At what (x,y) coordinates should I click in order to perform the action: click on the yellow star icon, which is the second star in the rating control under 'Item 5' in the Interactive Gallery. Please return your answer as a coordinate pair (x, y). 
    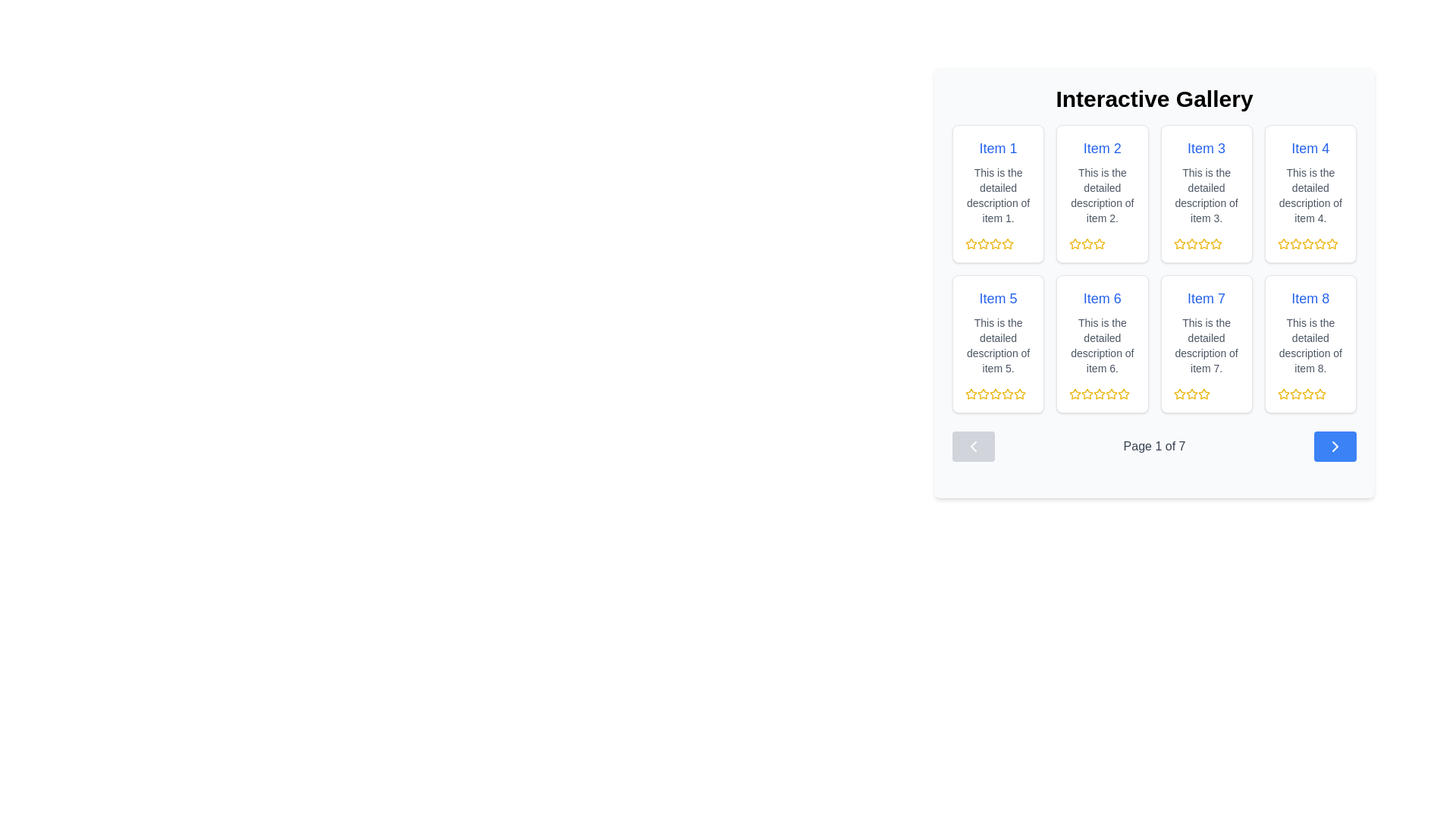
    Looking at the image, I should click on (994, 393).